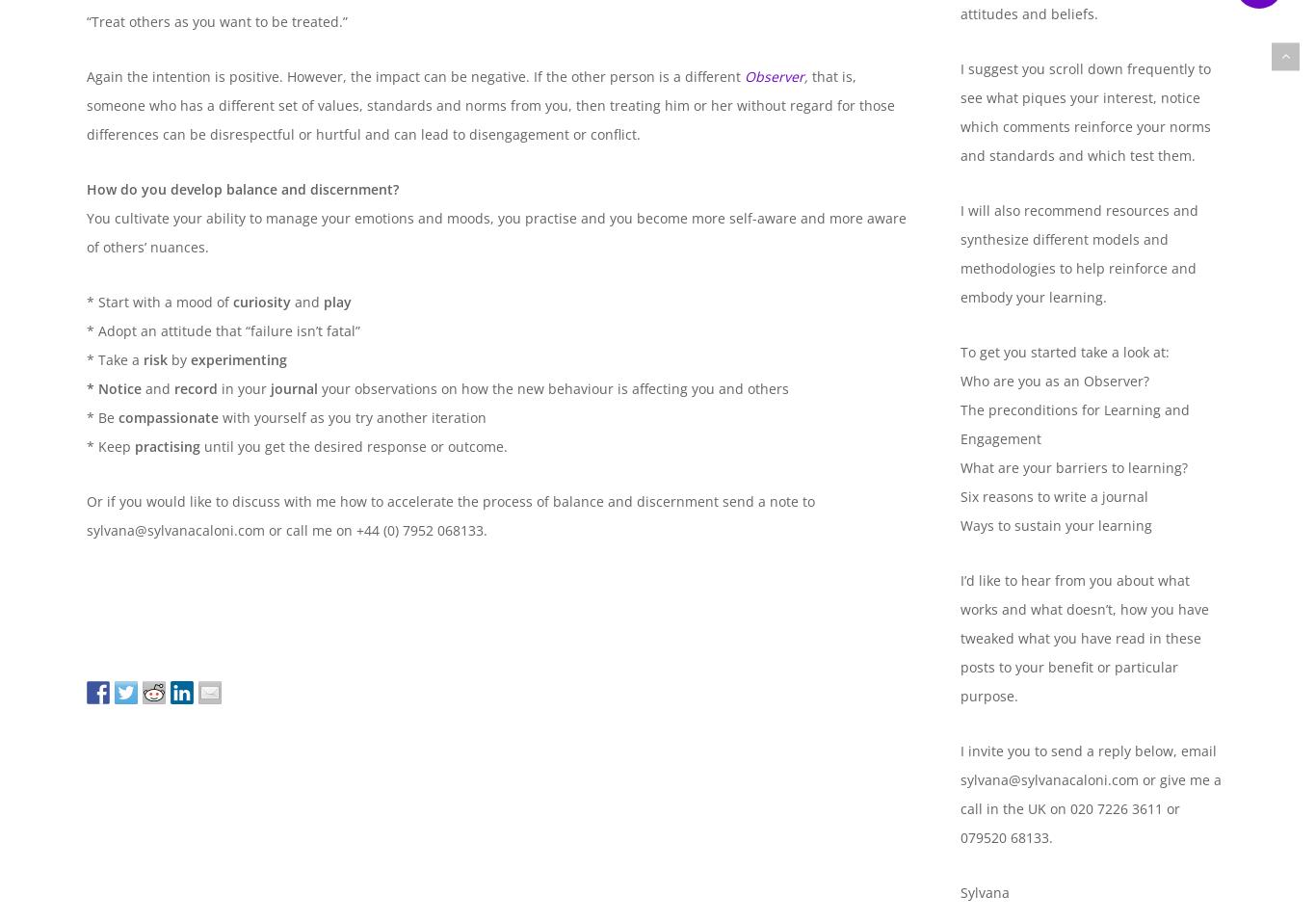 Image resolution: width=1316 pixels, height=922 pixels. Describe the element at coordinates (223, 330) in the screenshot. I see `'* Adopt an attitude that “failure isn’t fatal”'` at that location.